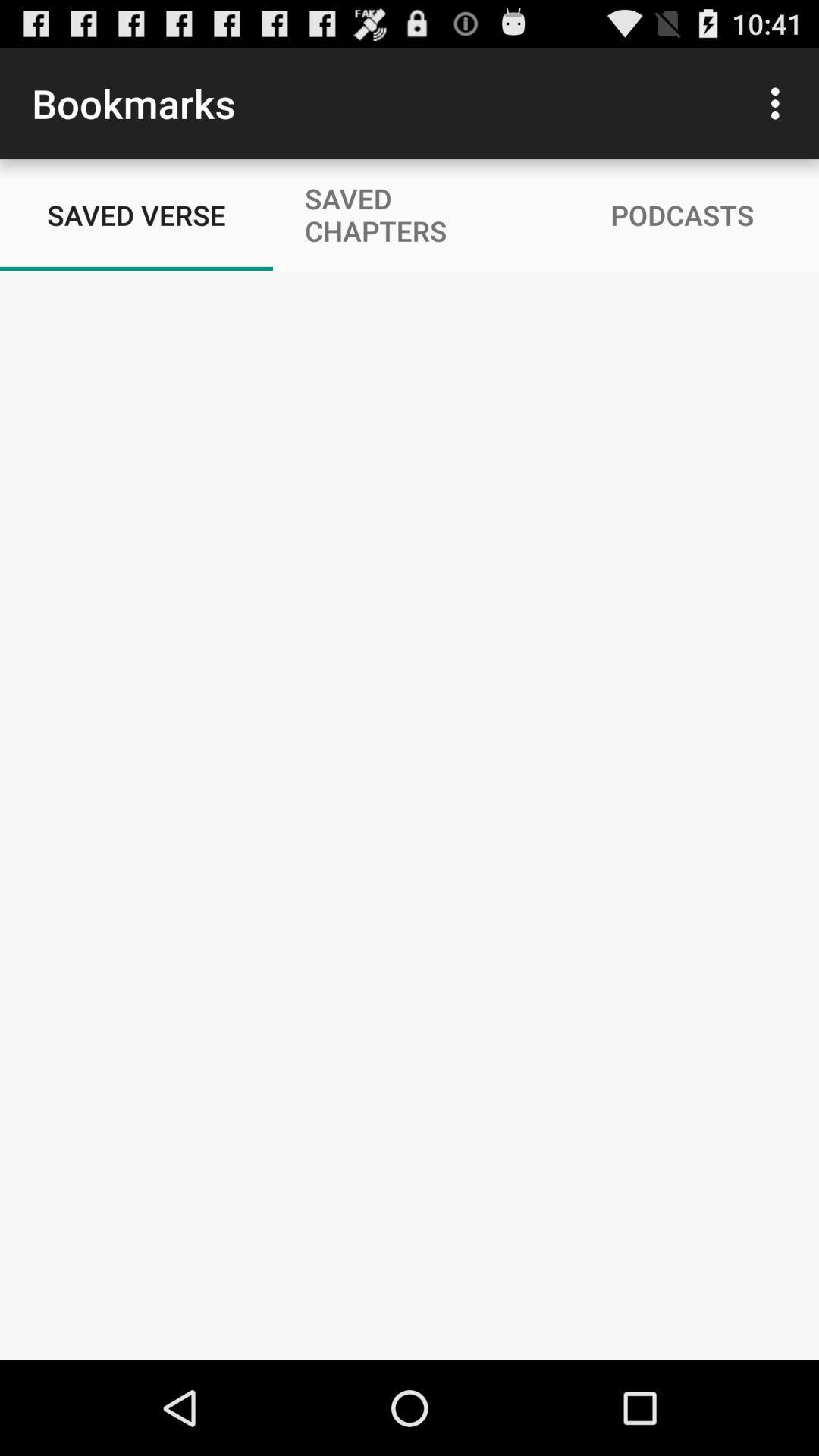 This screenshot has width=819, height=1456. Describe the element at coordinates (409, 1310) in the screenshot. I see `icon below saved verse item` at that location.